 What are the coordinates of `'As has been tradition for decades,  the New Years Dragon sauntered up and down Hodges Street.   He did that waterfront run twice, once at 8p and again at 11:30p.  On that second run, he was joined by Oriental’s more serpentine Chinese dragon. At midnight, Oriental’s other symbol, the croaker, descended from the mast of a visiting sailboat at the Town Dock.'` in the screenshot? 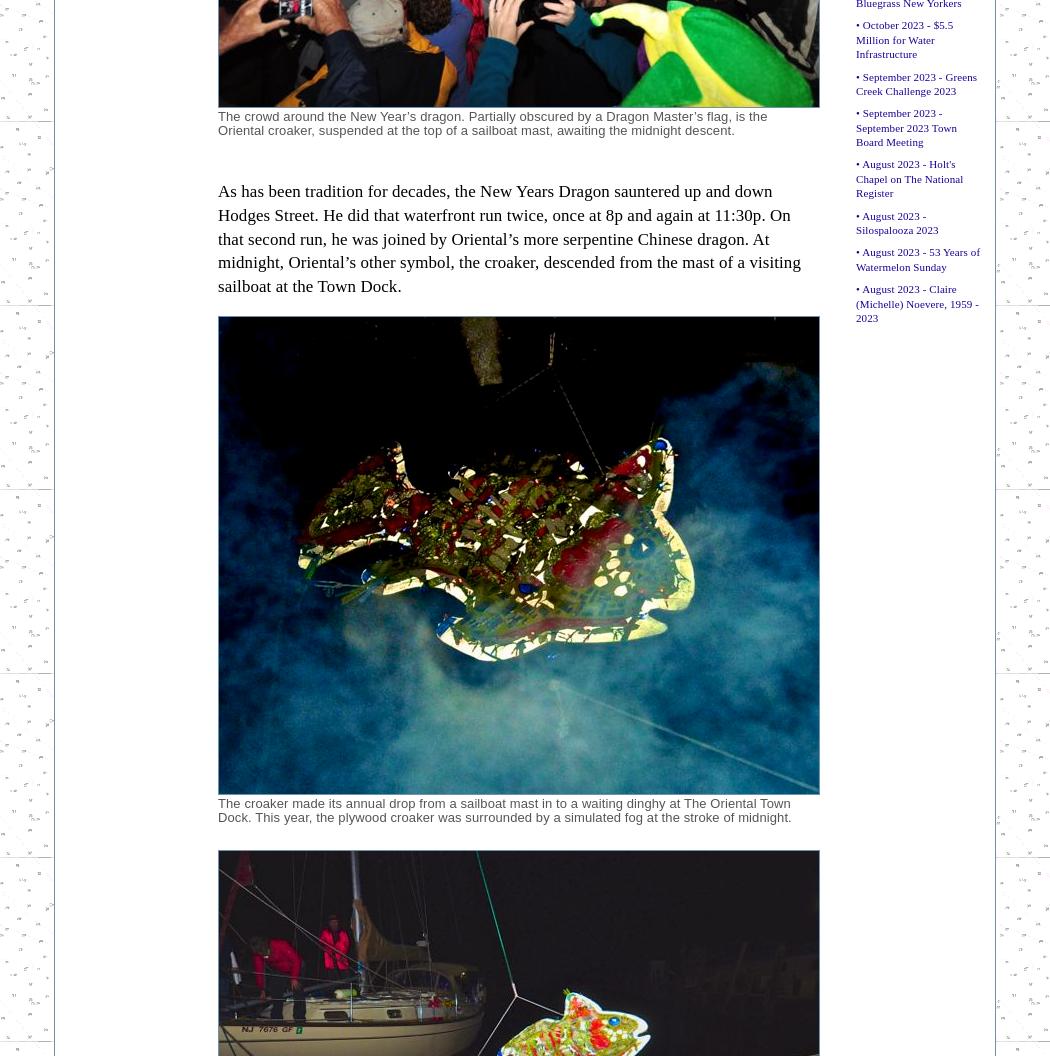 It's located at (508, 237).